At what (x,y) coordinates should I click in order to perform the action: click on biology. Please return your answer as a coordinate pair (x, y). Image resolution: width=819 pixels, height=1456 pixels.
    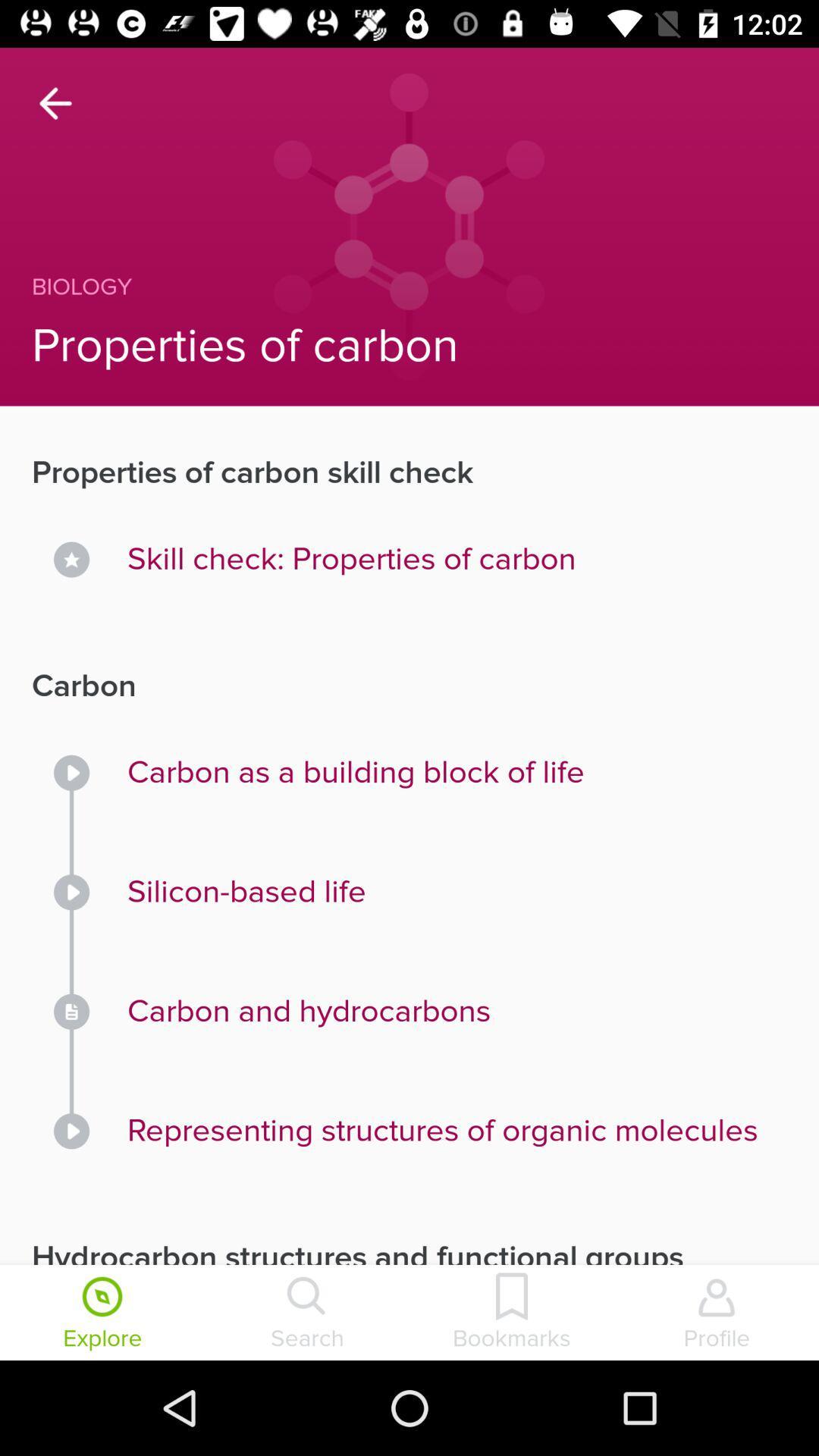
    Looking at the image, I should click on (376, 287).